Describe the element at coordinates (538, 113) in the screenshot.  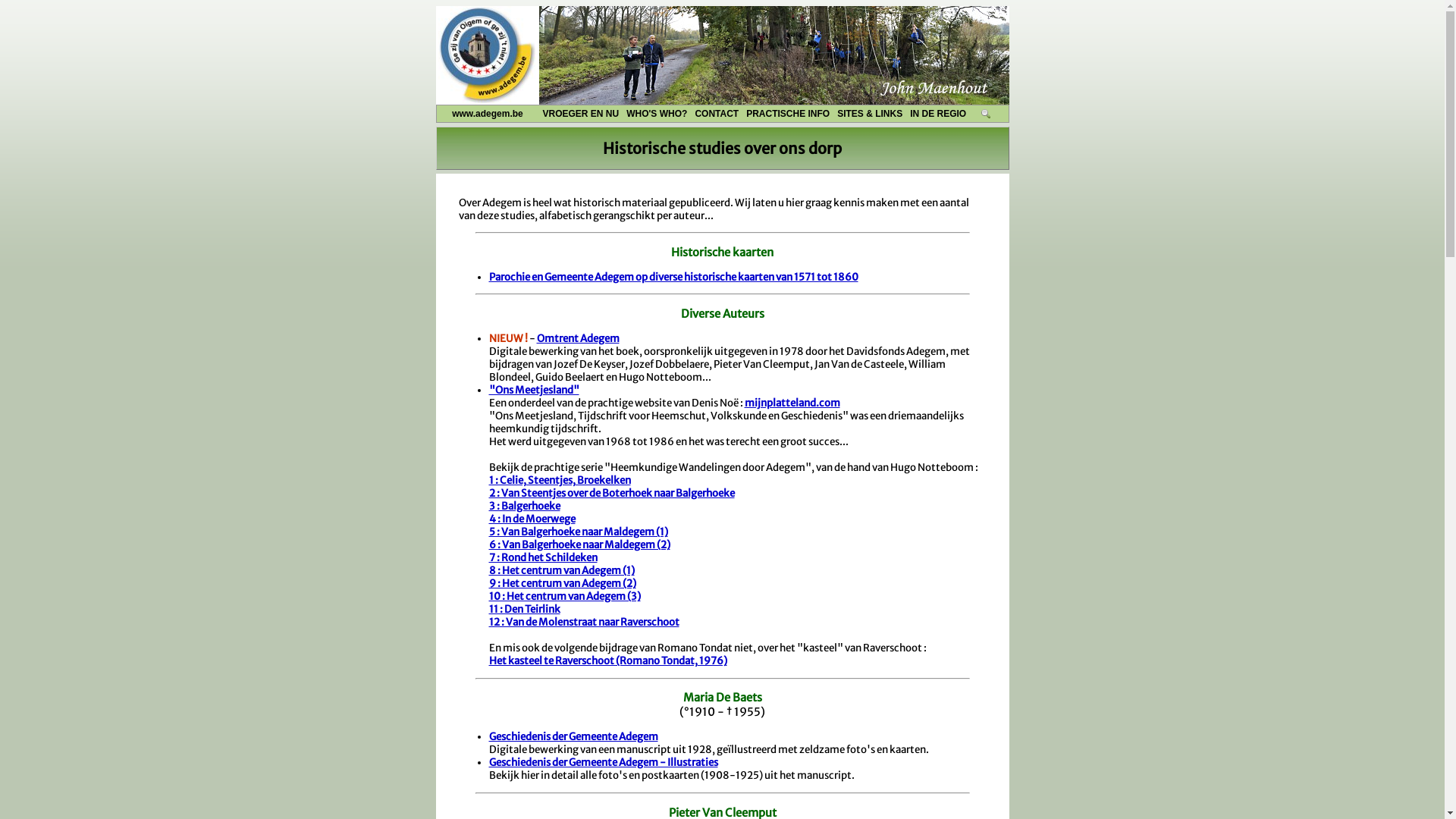
I see `'VROEGER EN NU'` at that location.